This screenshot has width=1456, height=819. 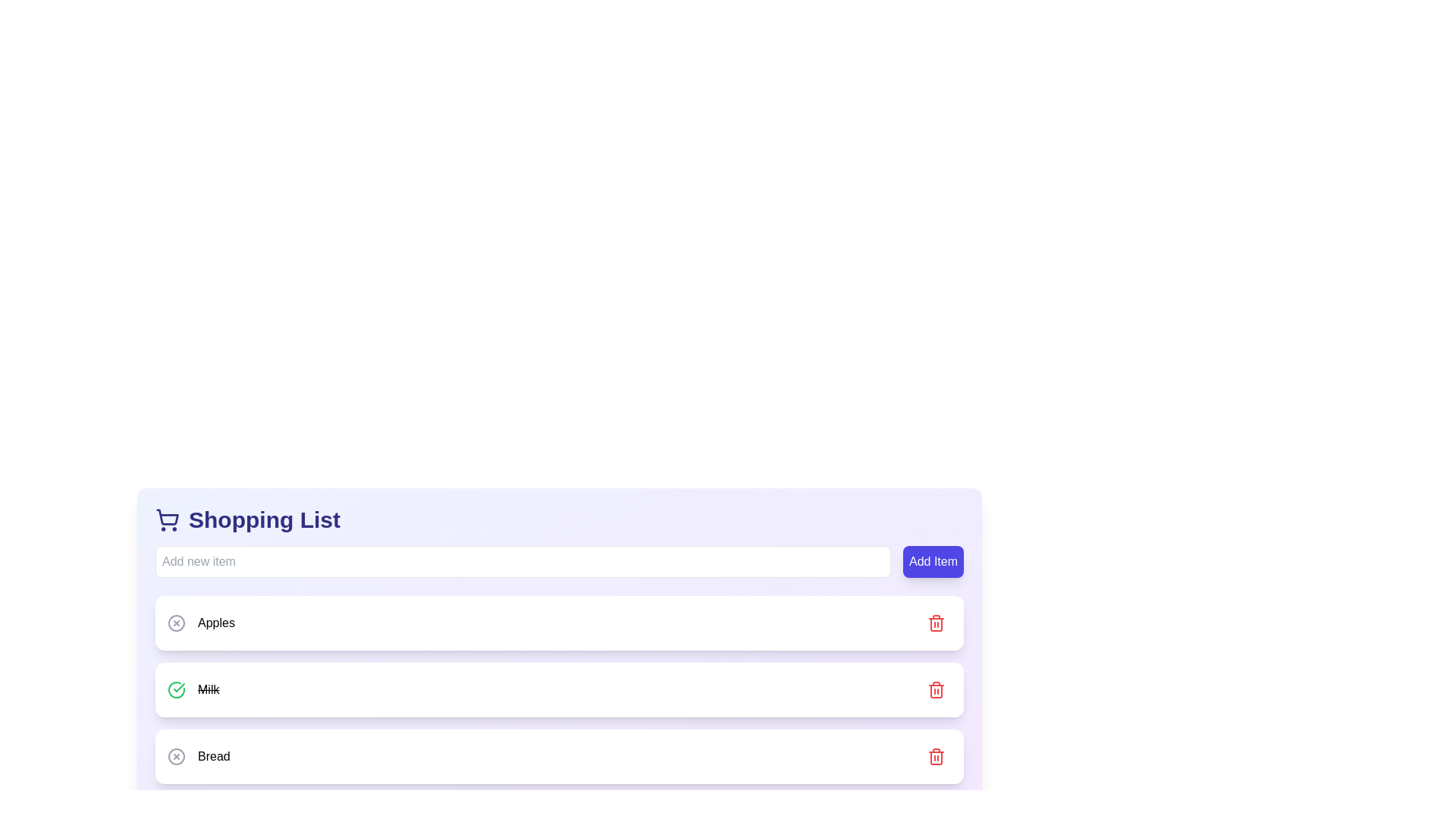 What do you see at coordinates (935, 690) in the screenshot?
I see `the red trash can icon button located on the far right side of the 'Milk' item in the shopping list` at bounding box center [935, 690].